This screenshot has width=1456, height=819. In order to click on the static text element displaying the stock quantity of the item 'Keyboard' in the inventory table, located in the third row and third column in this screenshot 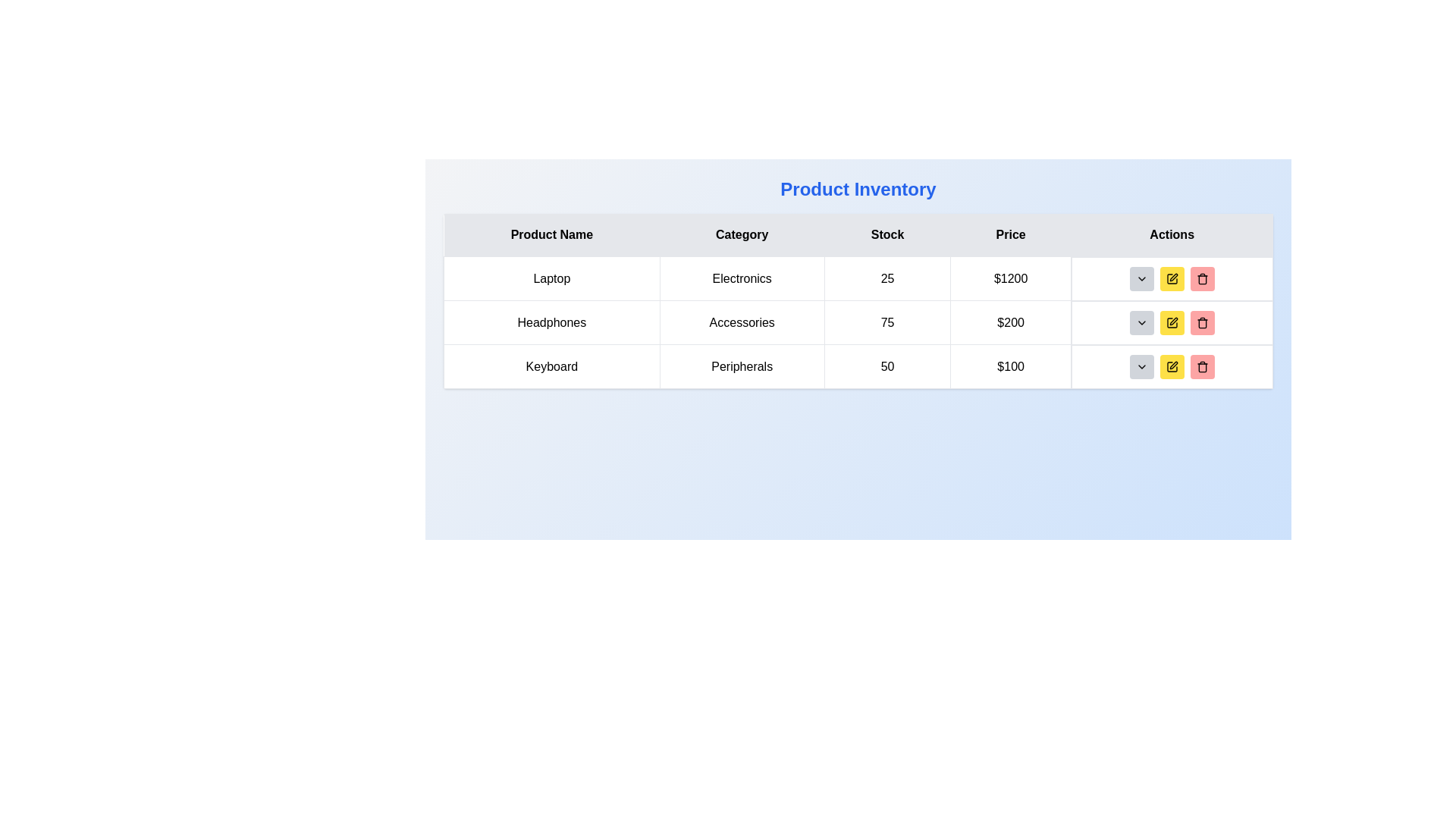, I will do `click(887, 366)`.